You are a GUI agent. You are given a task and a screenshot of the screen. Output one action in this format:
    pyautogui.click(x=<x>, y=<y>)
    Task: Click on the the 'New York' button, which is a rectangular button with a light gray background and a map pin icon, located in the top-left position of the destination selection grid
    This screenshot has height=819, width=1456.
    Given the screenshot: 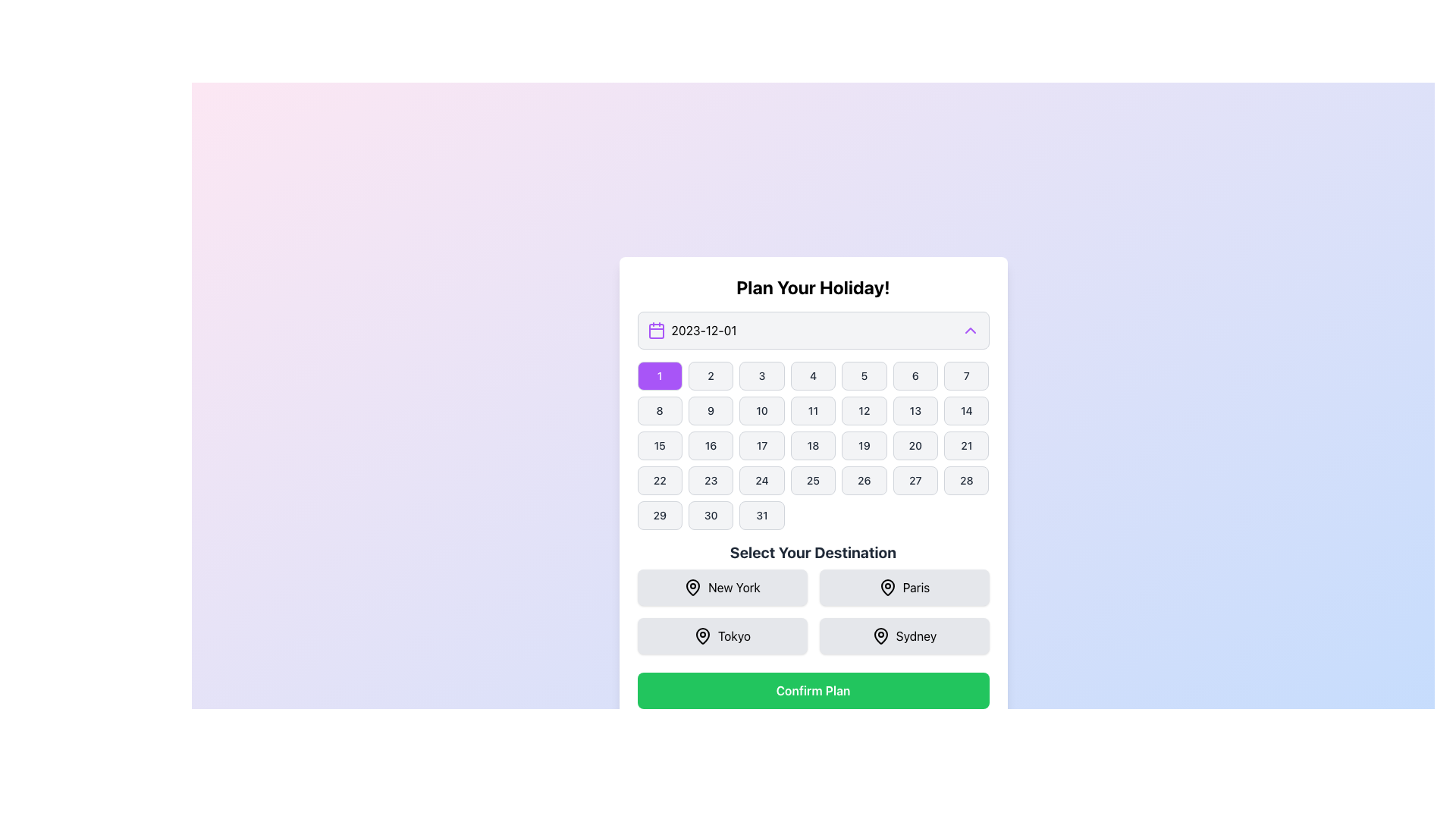 What is the action you would take?
    pyautogui.click(x=721, y=587)
    